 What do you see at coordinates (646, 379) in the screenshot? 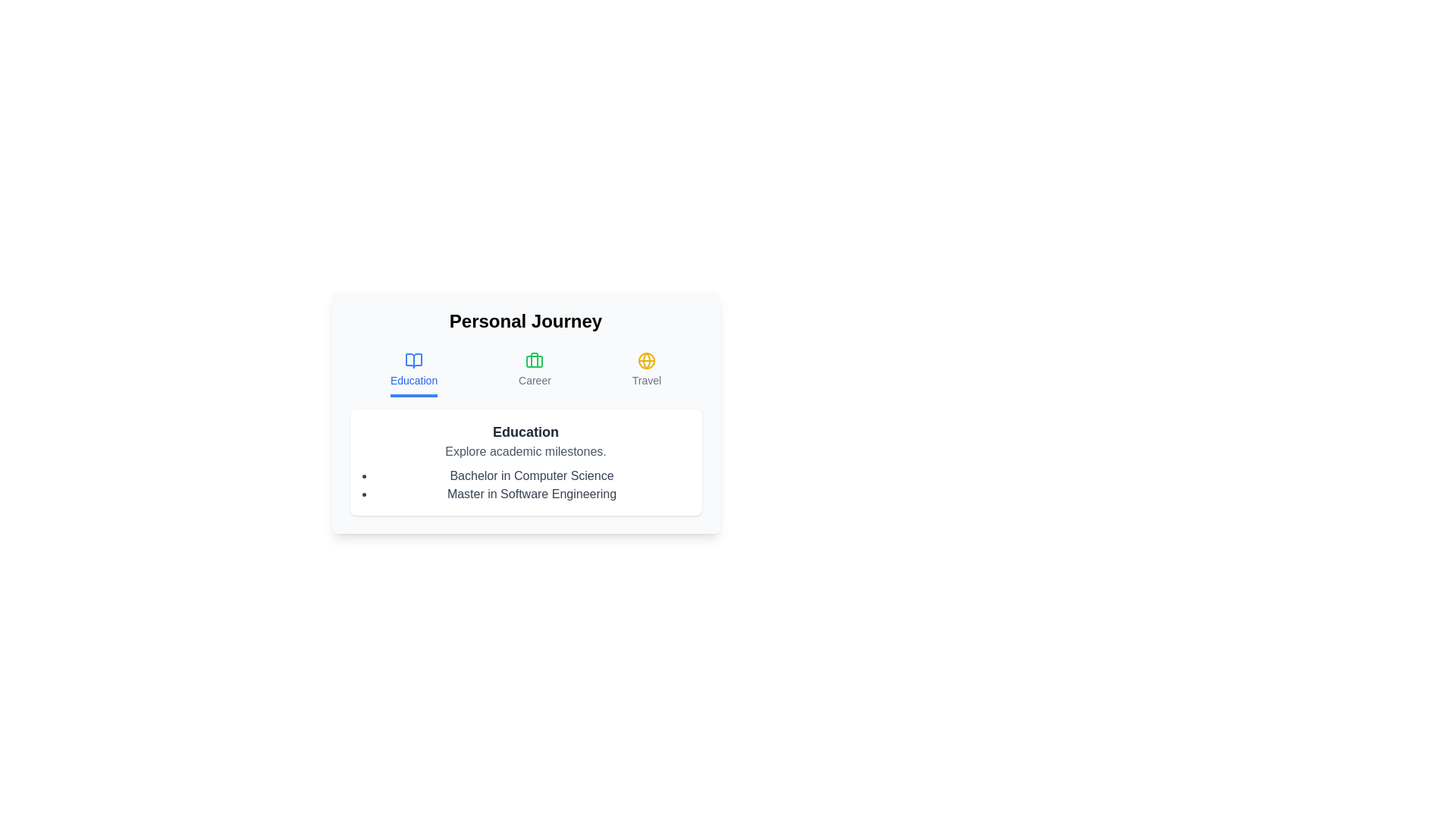
I see `the 'Travel' text label, which is styled in gray and located below a globe icon as the third navigation option among three items` at bounding box center [646, 379].